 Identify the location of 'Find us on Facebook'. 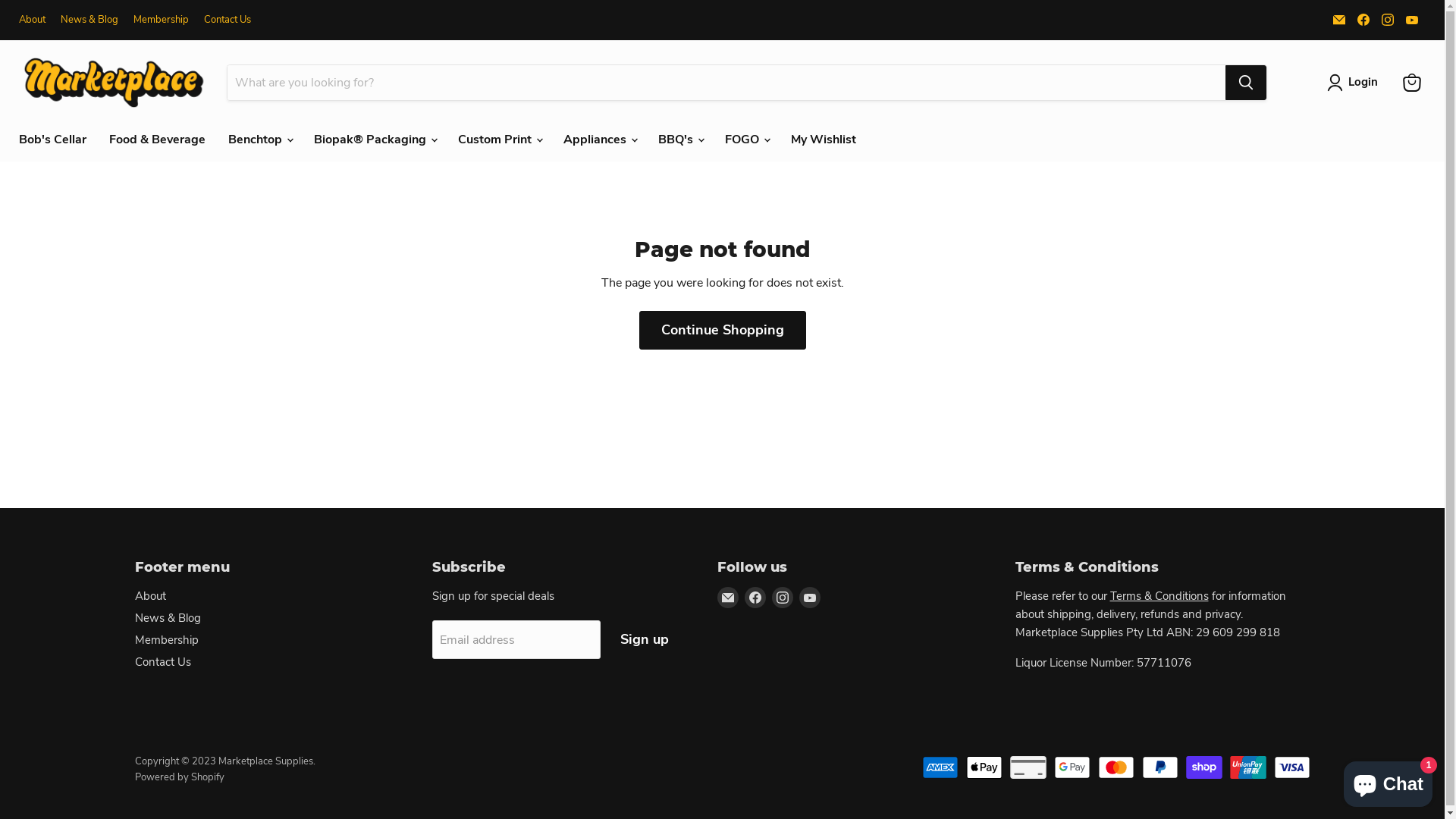
(1363, 20).